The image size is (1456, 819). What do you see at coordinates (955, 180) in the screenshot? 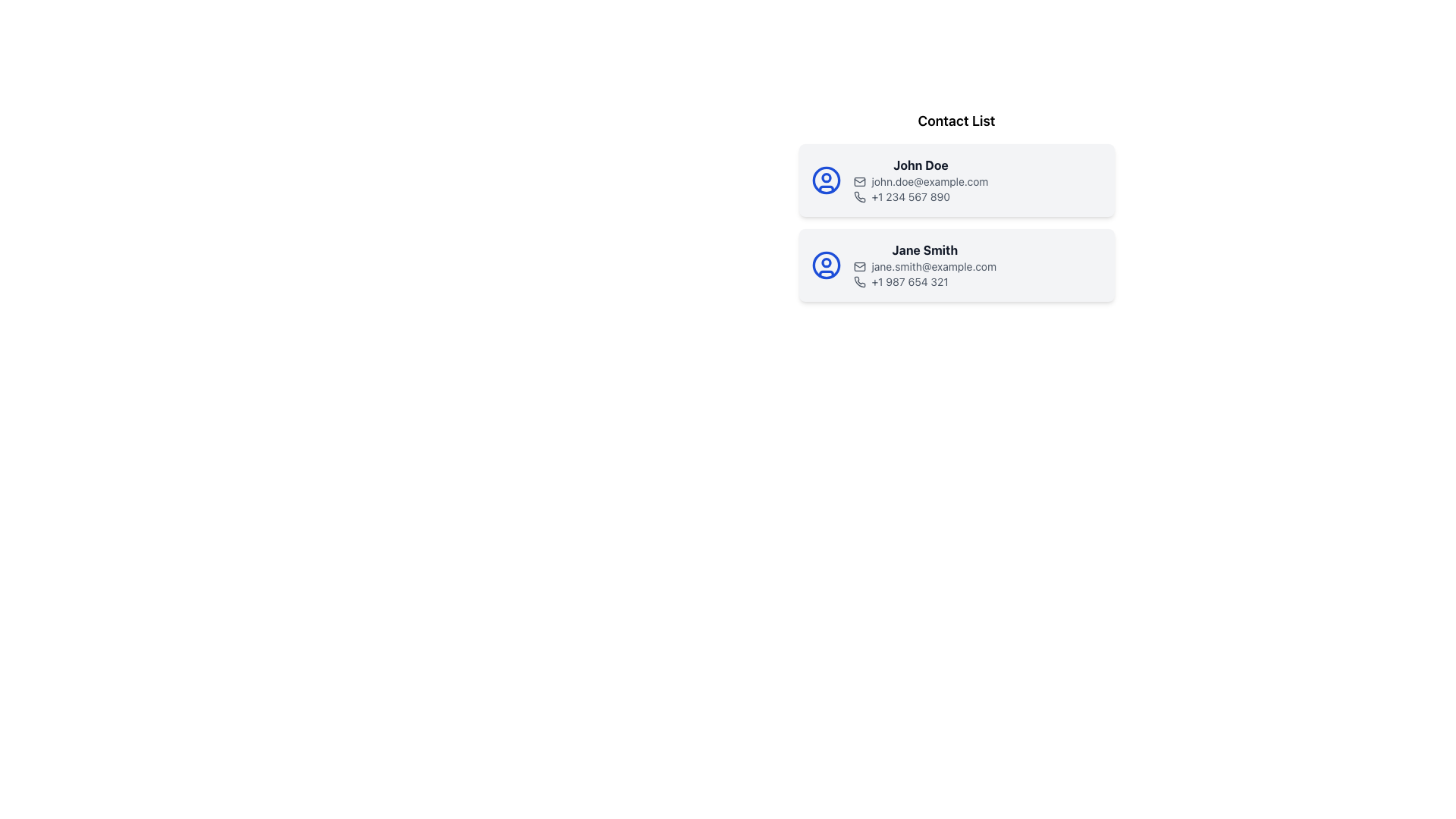
I see `the first contact card in the 'Contact List' section, which displays a profile image icon and text details for selecting a contact's information` at bounding box center [955, 180].